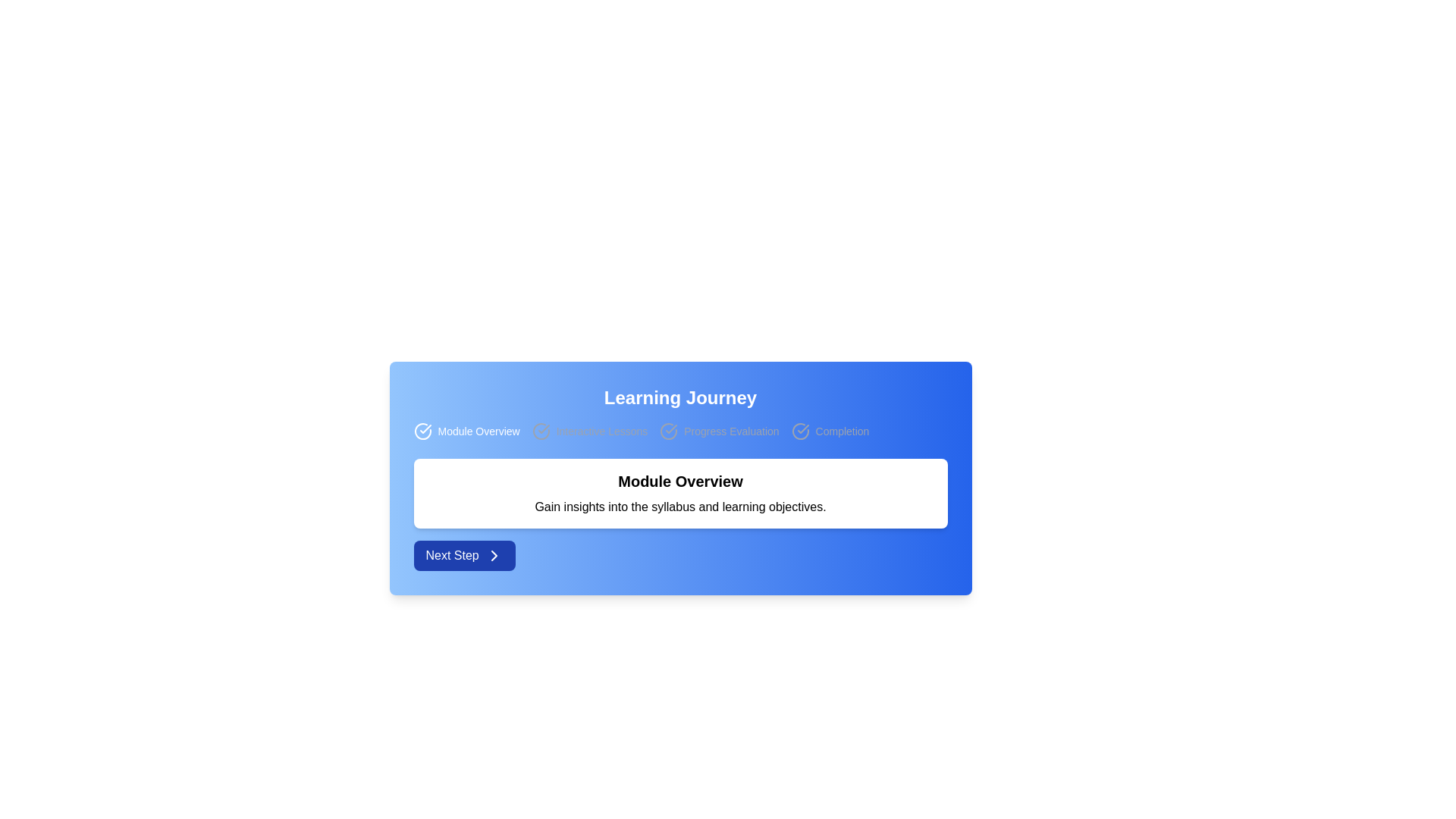 This screenshot has height=819, width=1456. What do you see at coordinates (478, 431) in the screenshot?
I see `the text label that reads 'Module Overview', which is styled with a small font and aligned horizontally next to icons, specifically positioned to the right of a checkmark icon` at bounding box center [478, 431].